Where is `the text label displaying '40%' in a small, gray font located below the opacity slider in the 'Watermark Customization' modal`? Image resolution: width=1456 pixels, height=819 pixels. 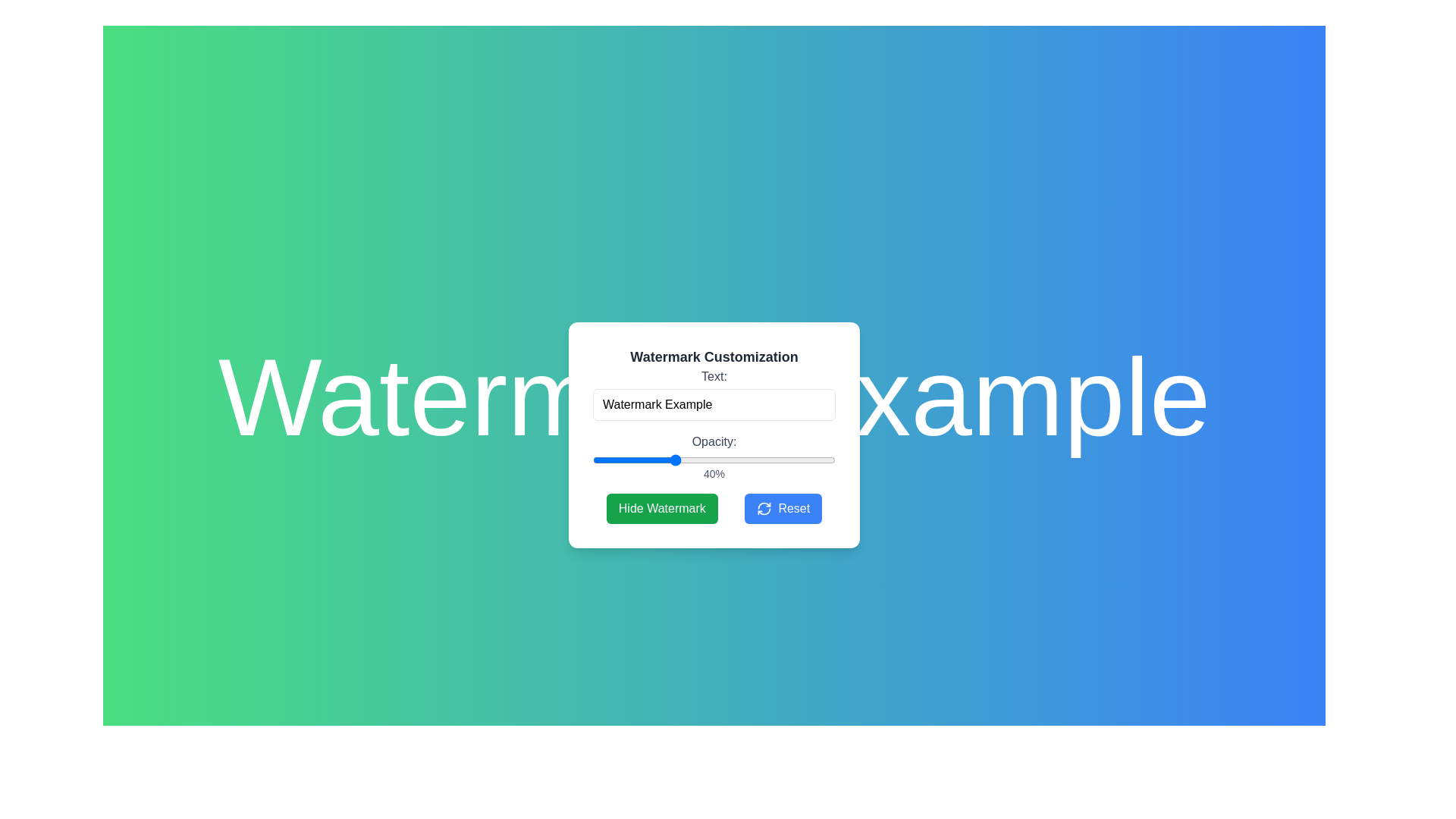 the text label displaying '40%' in a small, gray font located below the opacity slider in the 'Watermark Customization' modal is located at coordinates (713, 472).